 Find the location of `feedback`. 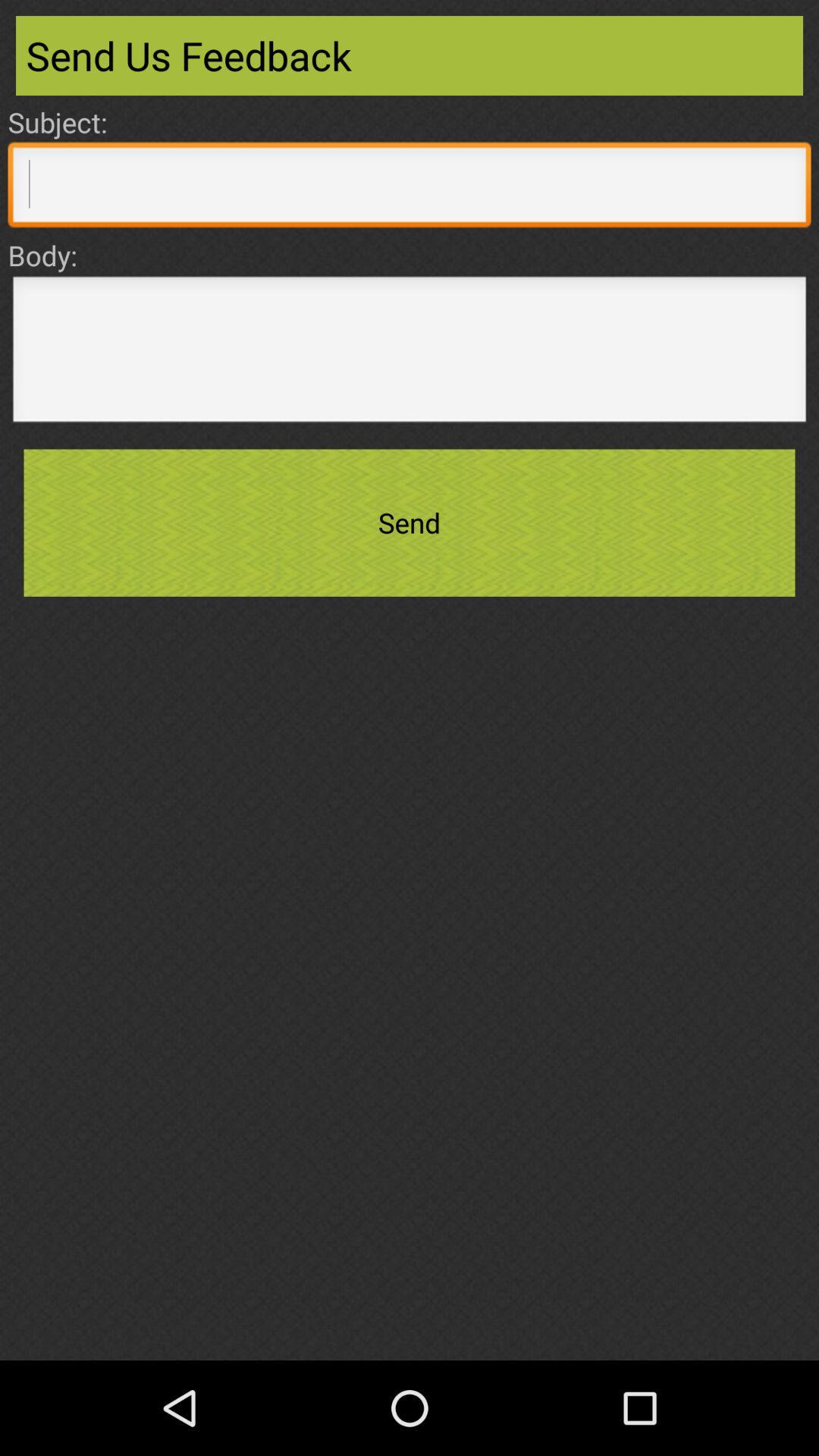

feedback is located at coordinates (409, 353).